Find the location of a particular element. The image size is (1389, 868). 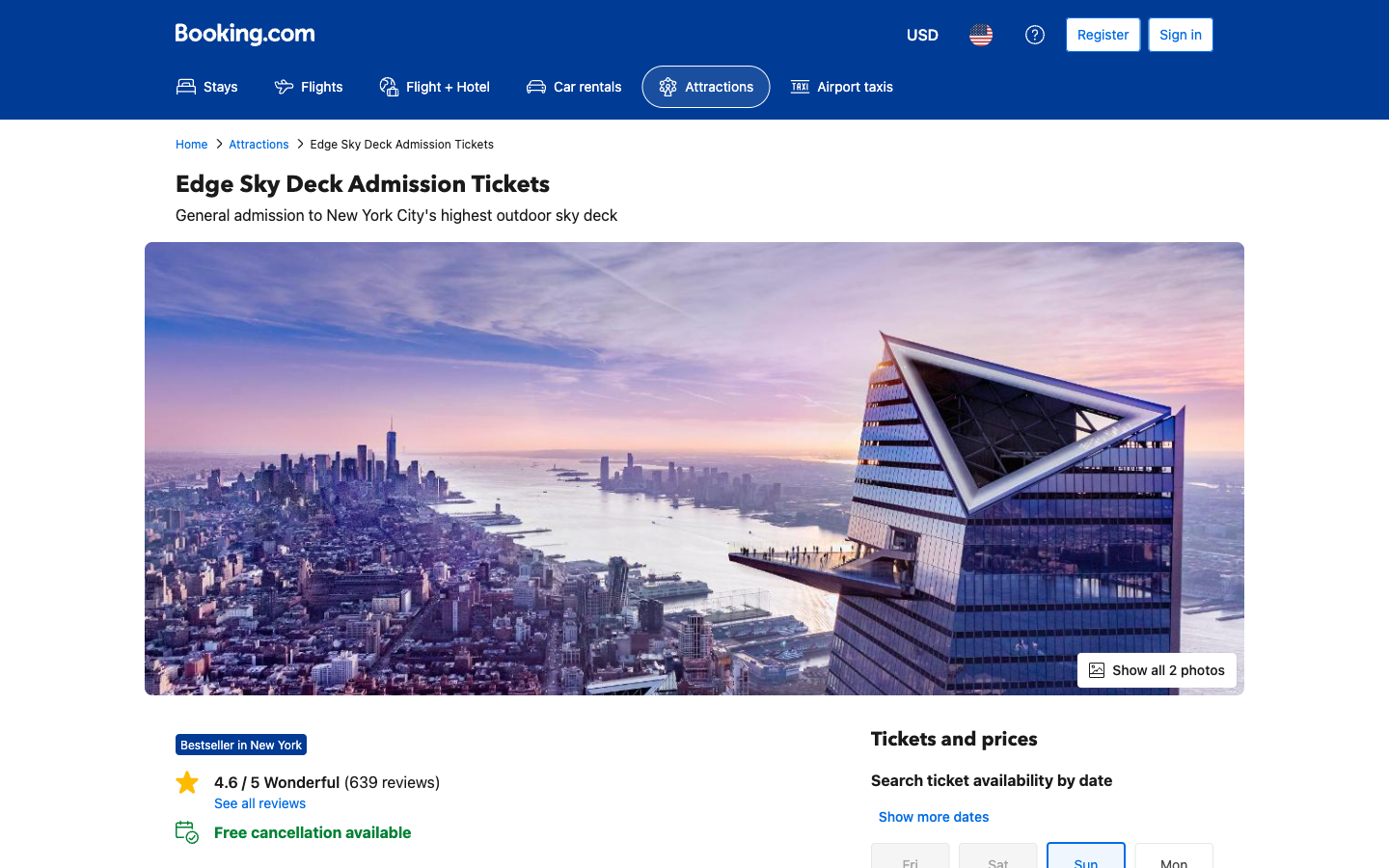

the full Reviews section is located at coordinates (527, 803).